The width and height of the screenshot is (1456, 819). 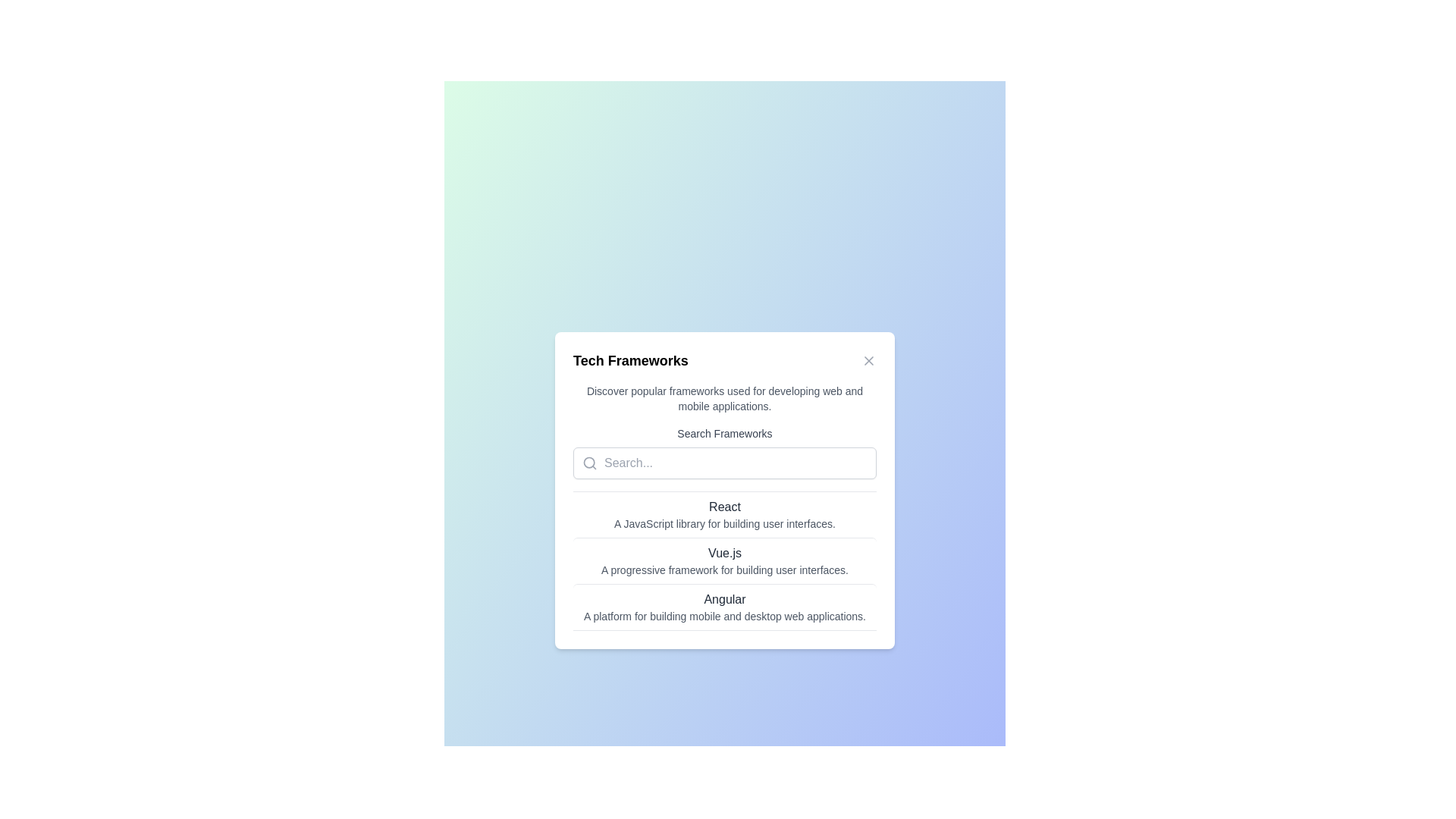 I want to click on the descriptive text that reads 'A JavaScript library for building user interfaces.' which is styled with a smaller font size and gray color, located directly below the title 'React', so click(x=723, y=522).